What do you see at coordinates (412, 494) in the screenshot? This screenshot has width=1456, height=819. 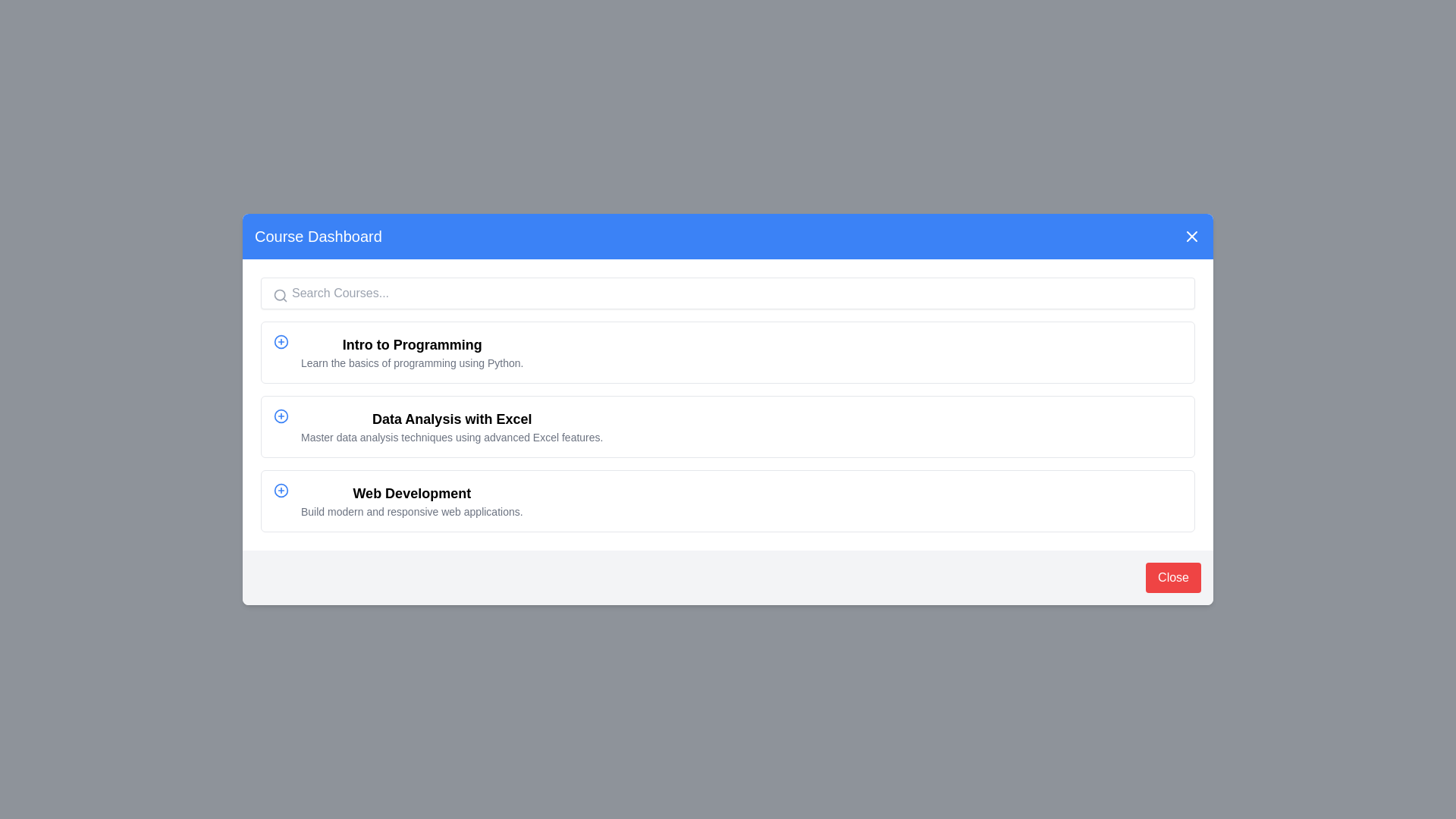 I see `the text label that serves as a heading or title for a course, positioned above the descriptive text 'Build modern and responsive web applications.' within the third item of a vertically stacked list` at bounding box center [412, 494].